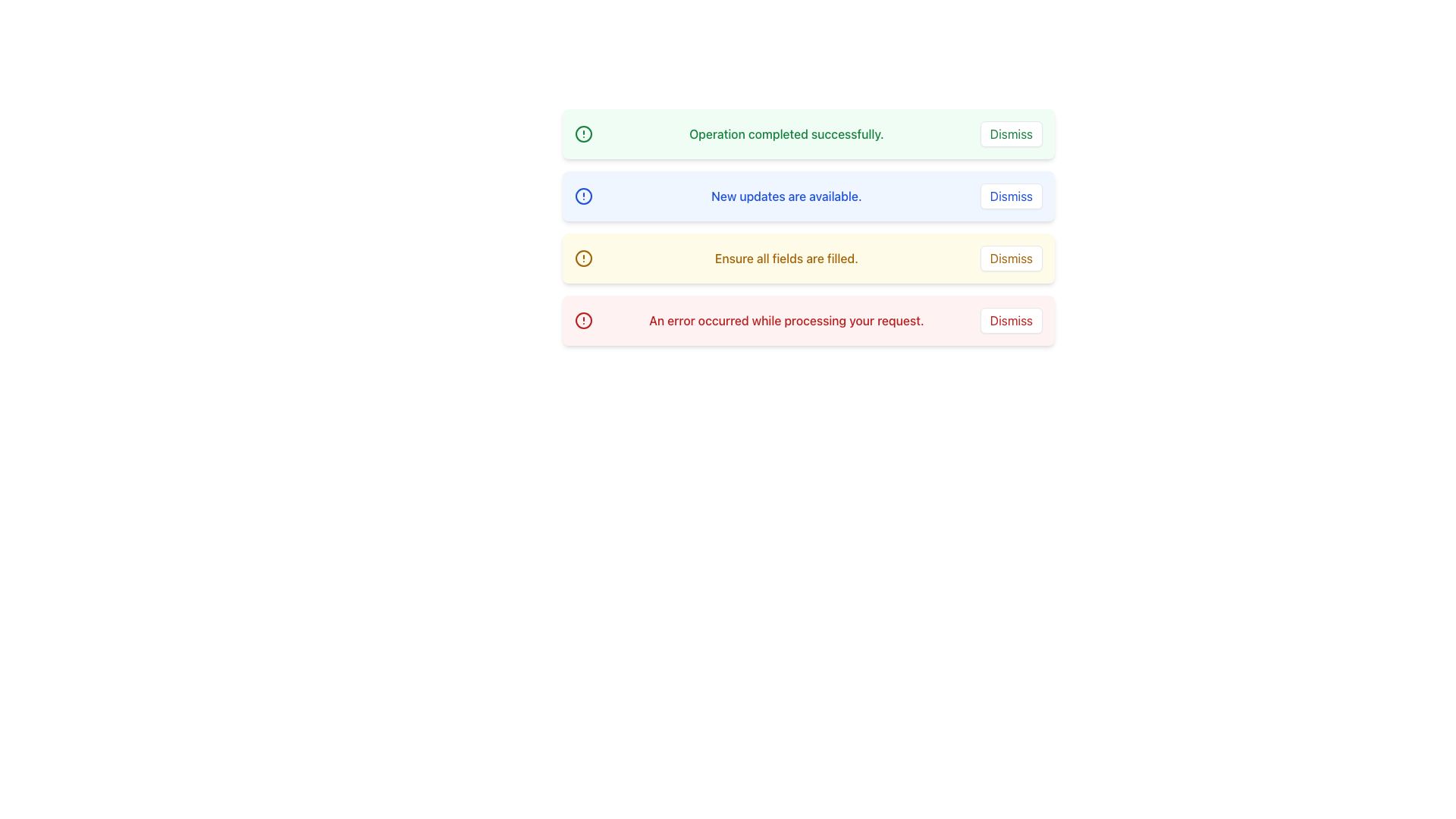 This screenshot has width=1456, height=819. I want to click on the 'Dismiss' button located at the far right end of the green notification bar that reads 'Operation completed successfully.', so click(1011, 133).